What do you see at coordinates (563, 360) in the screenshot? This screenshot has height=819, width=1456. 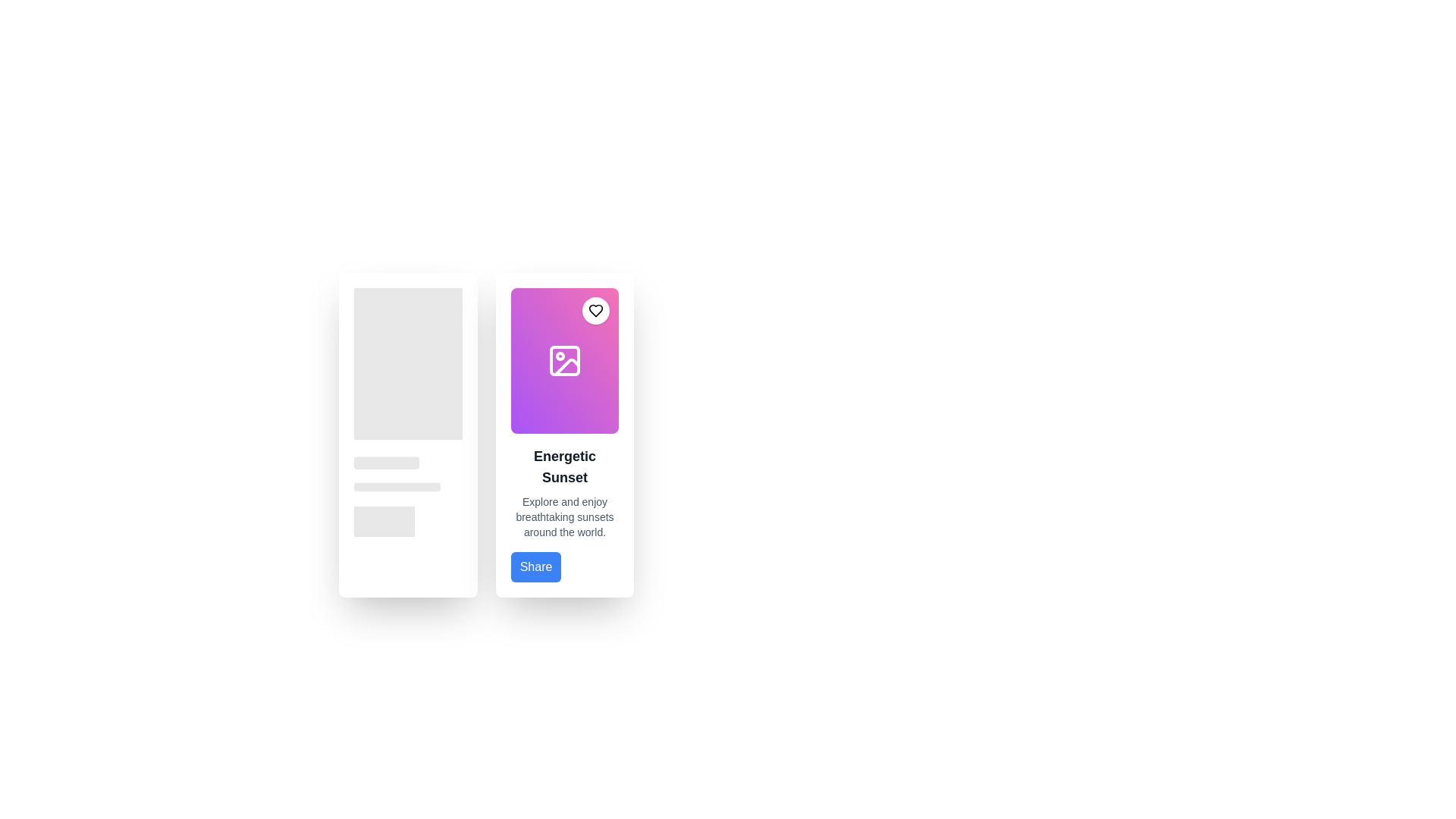 I see `the representational graphic icon symbolizing an image or gallery, which is centered in the upper half of the purple-to-pink gradient area of its card` at bounding box center [563, 360].